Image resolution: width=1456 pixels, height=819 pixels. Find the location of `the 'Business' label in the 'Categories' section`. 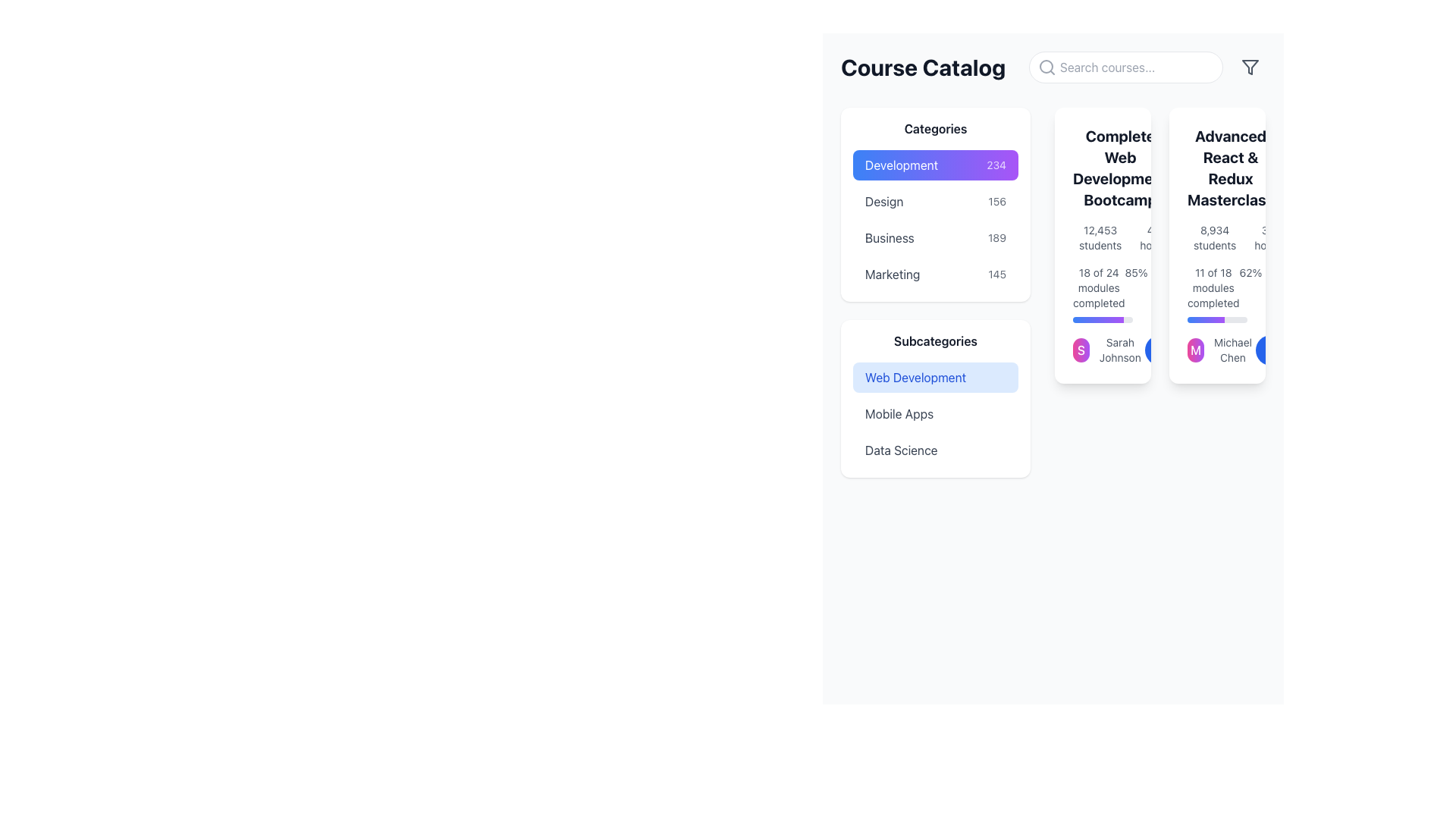

the 'Business' label in the 'Categories' section is located at coordinates (890, 237).